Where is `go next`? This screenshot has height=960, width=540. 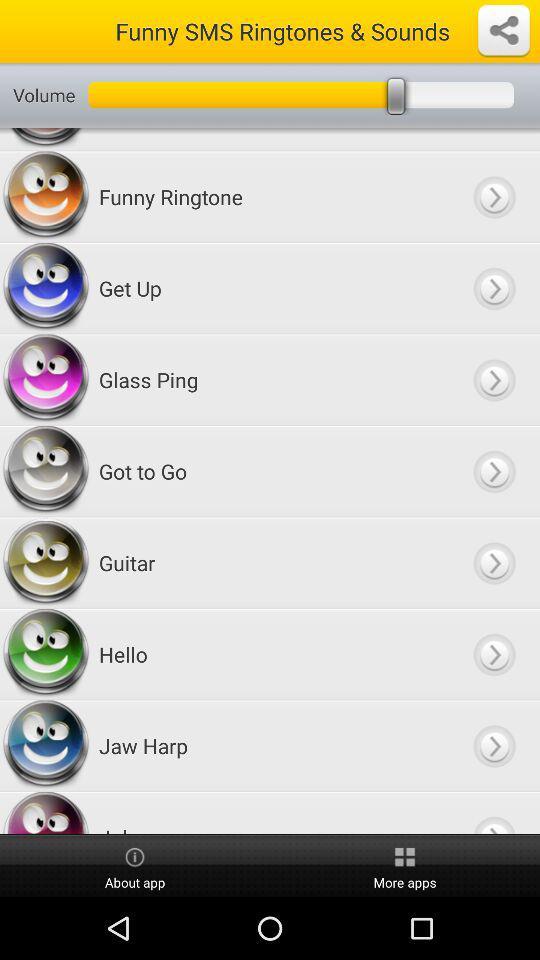
go next is located at coordinates (493, 471).